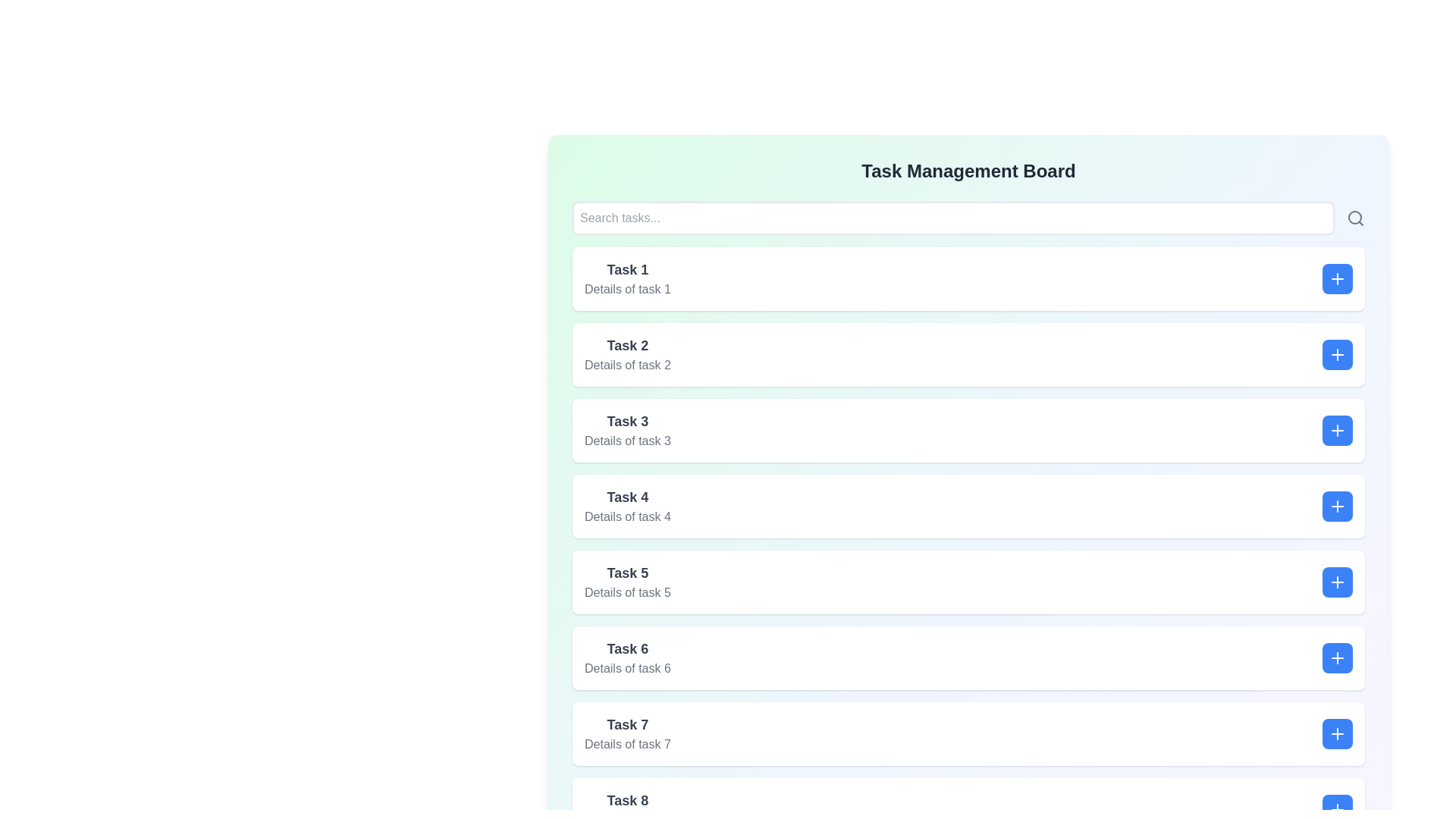 The width and height of the screenshot is (1456, 819). What do you see at coordinates (1337, 278) in the screenshot?
I see `the minus button of the currently selected task to deselect it` at bounding box center [1337, 278].